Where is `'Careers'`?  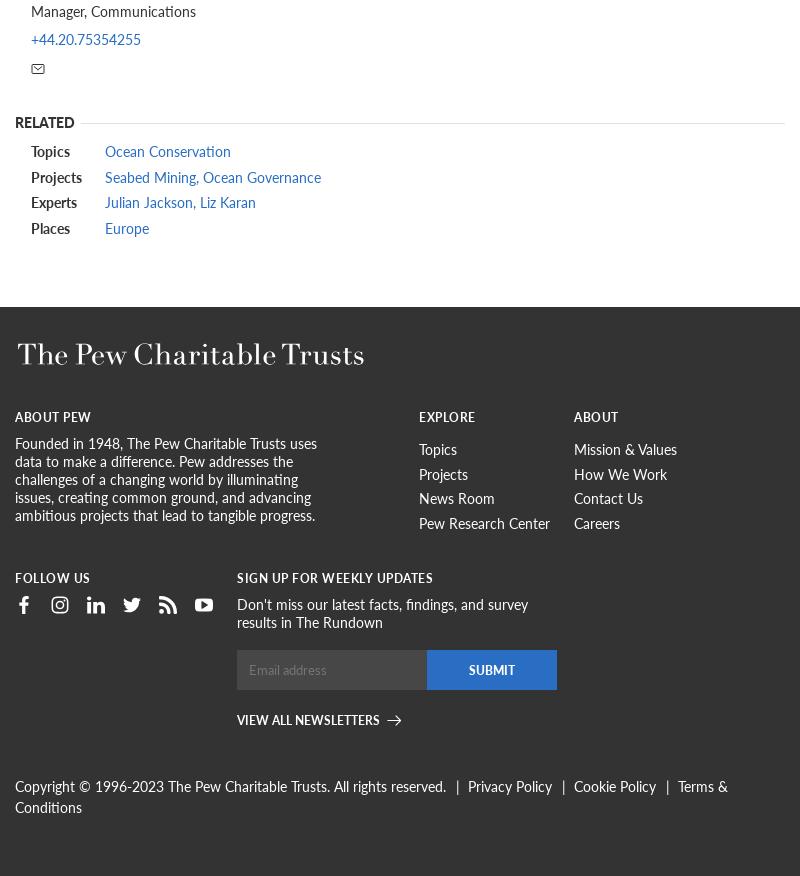
'Careers' is located at coordinates (596, 522).